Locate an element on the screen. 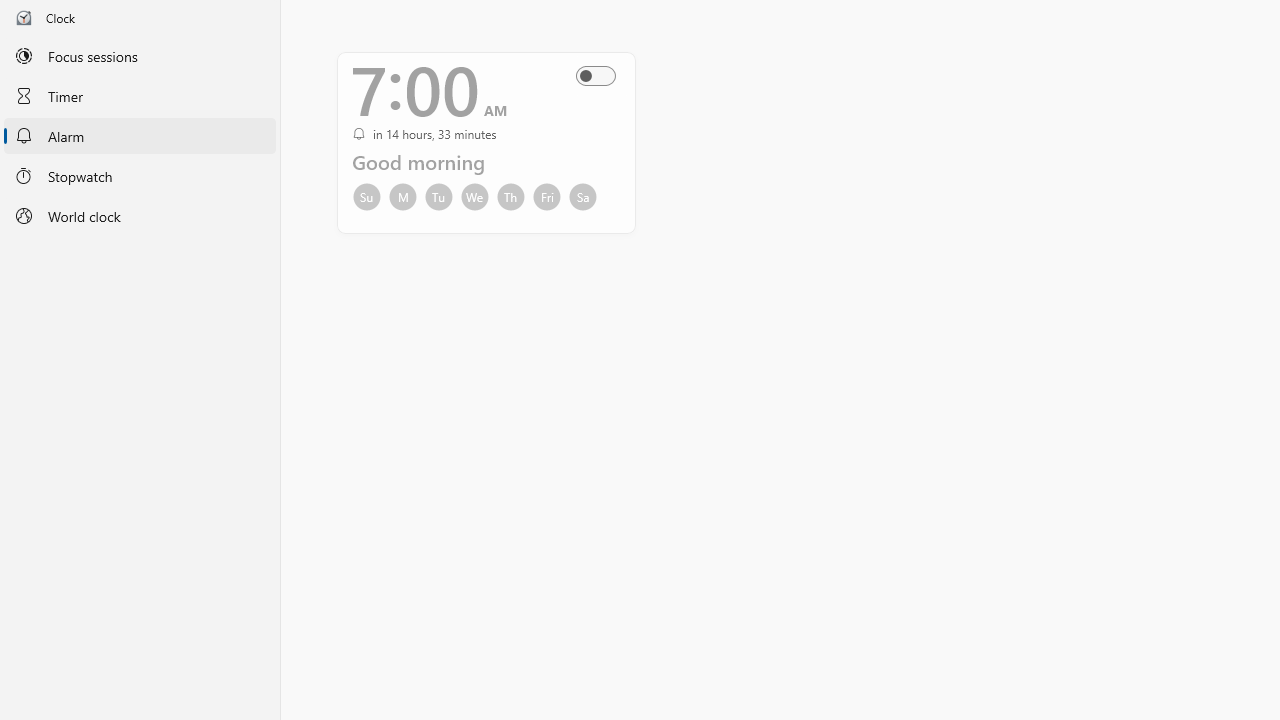 The height and width of the screenshot is (720, 1280). 'Timer' is located at coordinates (139, 95).